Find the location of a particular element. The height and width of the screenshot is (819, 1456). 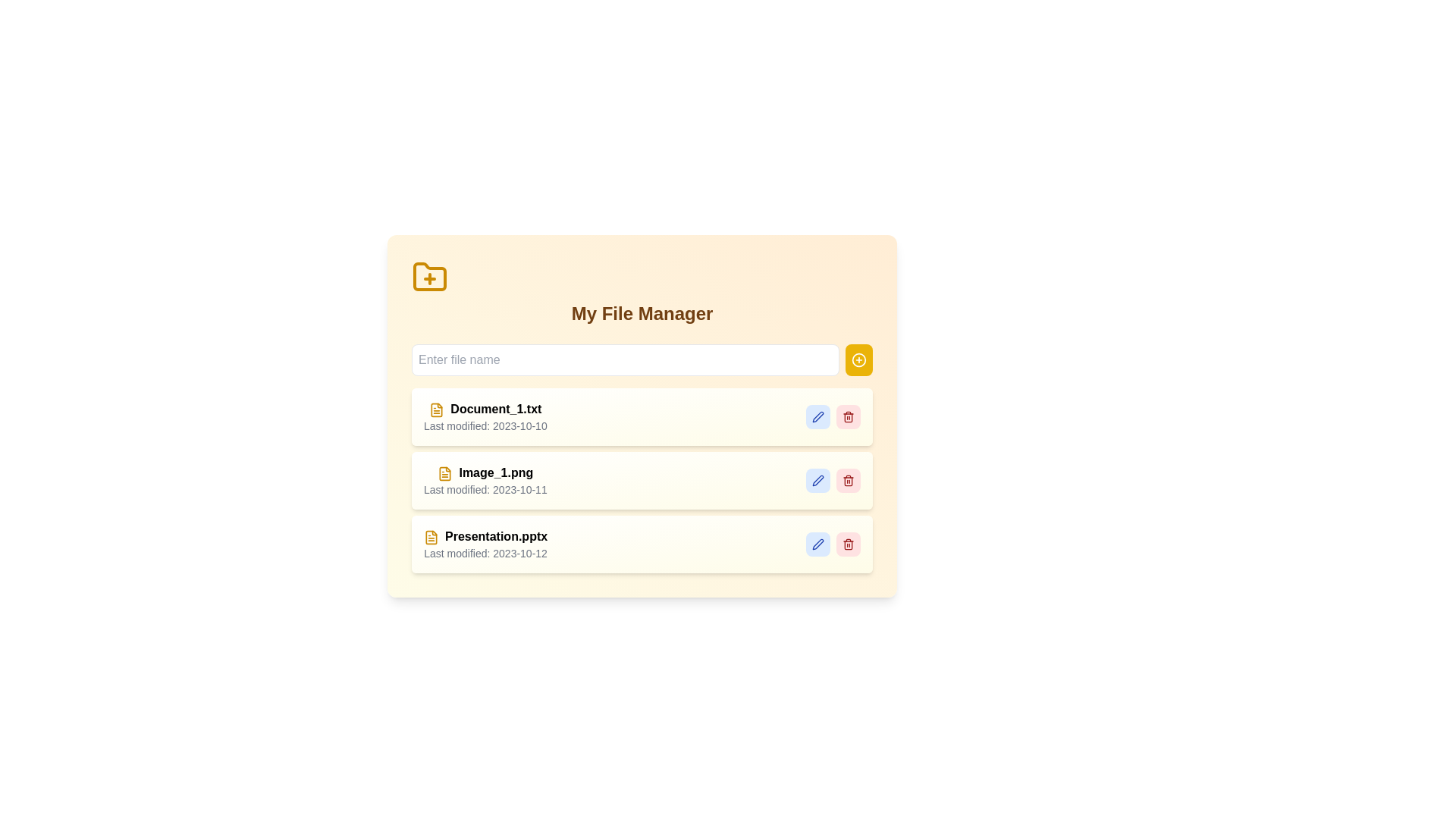

the second list item displaying details for the file 'Image_1.png' is located at coordinates (642, 458).